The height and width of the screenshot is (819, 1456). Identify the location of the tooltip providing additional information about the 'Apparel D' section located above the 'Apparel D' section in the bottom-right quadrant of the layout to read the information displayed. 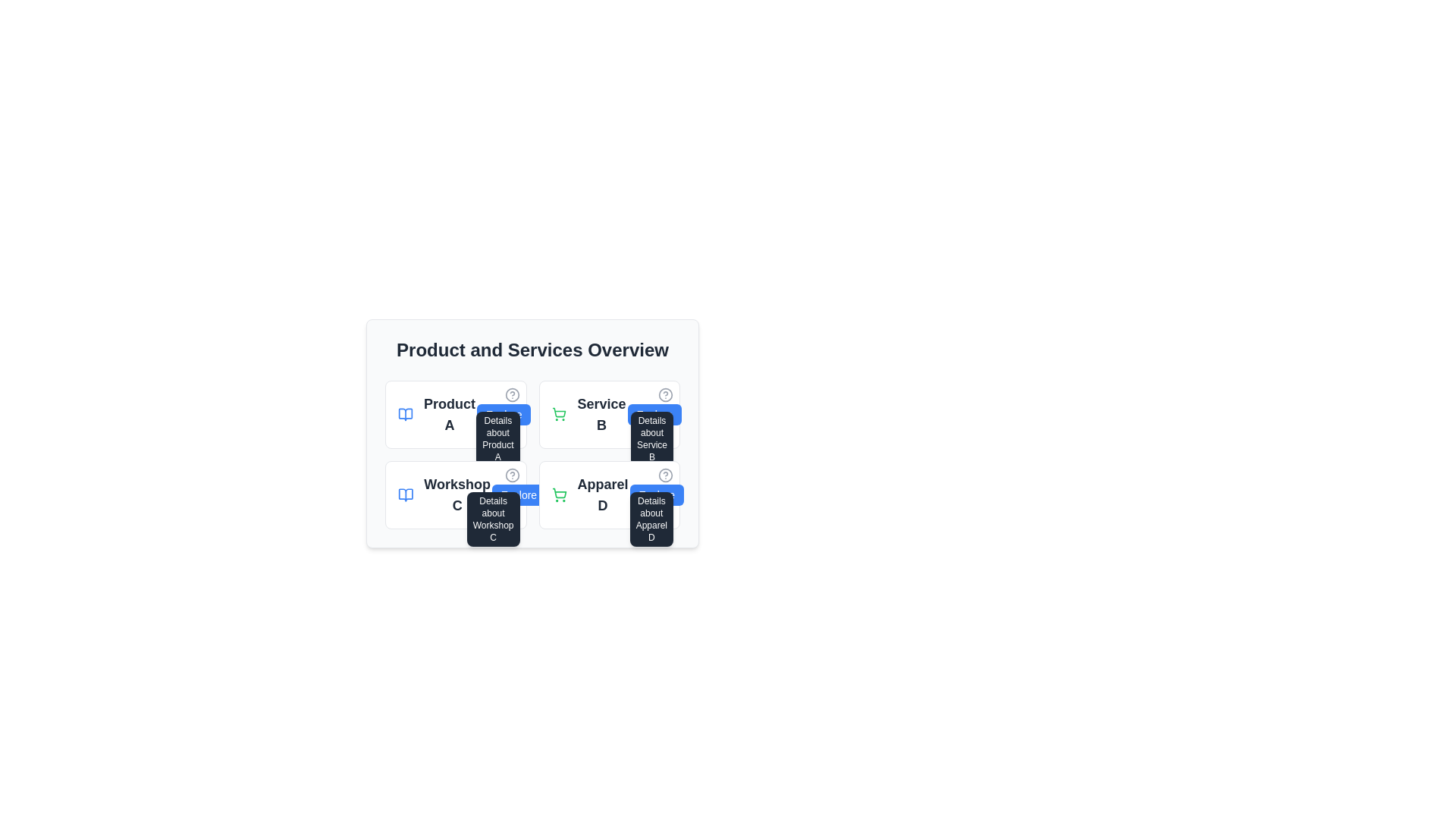
(651, 519).